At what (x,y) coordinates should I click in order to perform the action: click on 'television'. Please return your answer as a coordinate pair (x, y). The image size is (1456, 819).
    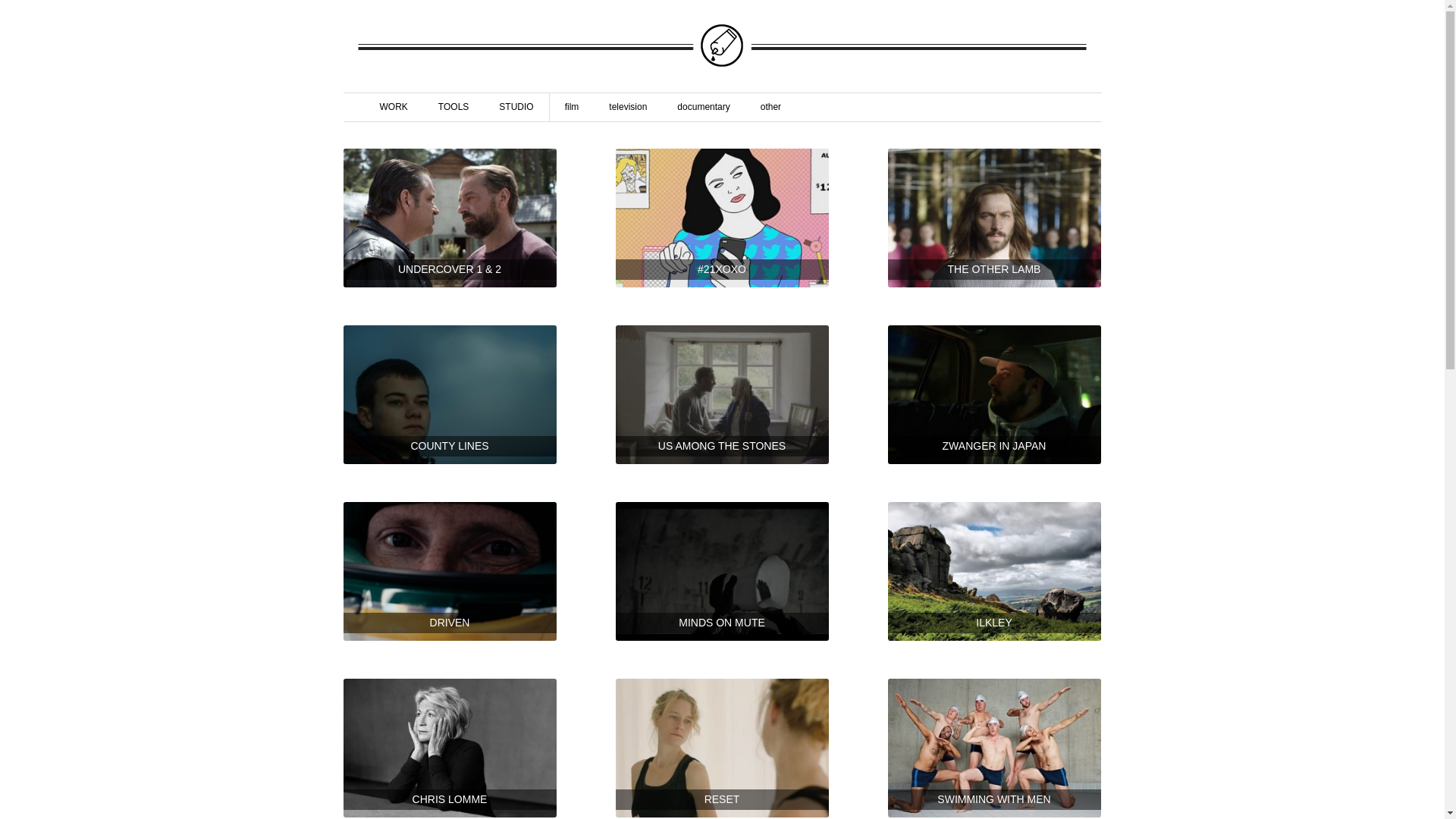
    Looking at the image, I should click on (628, 106).